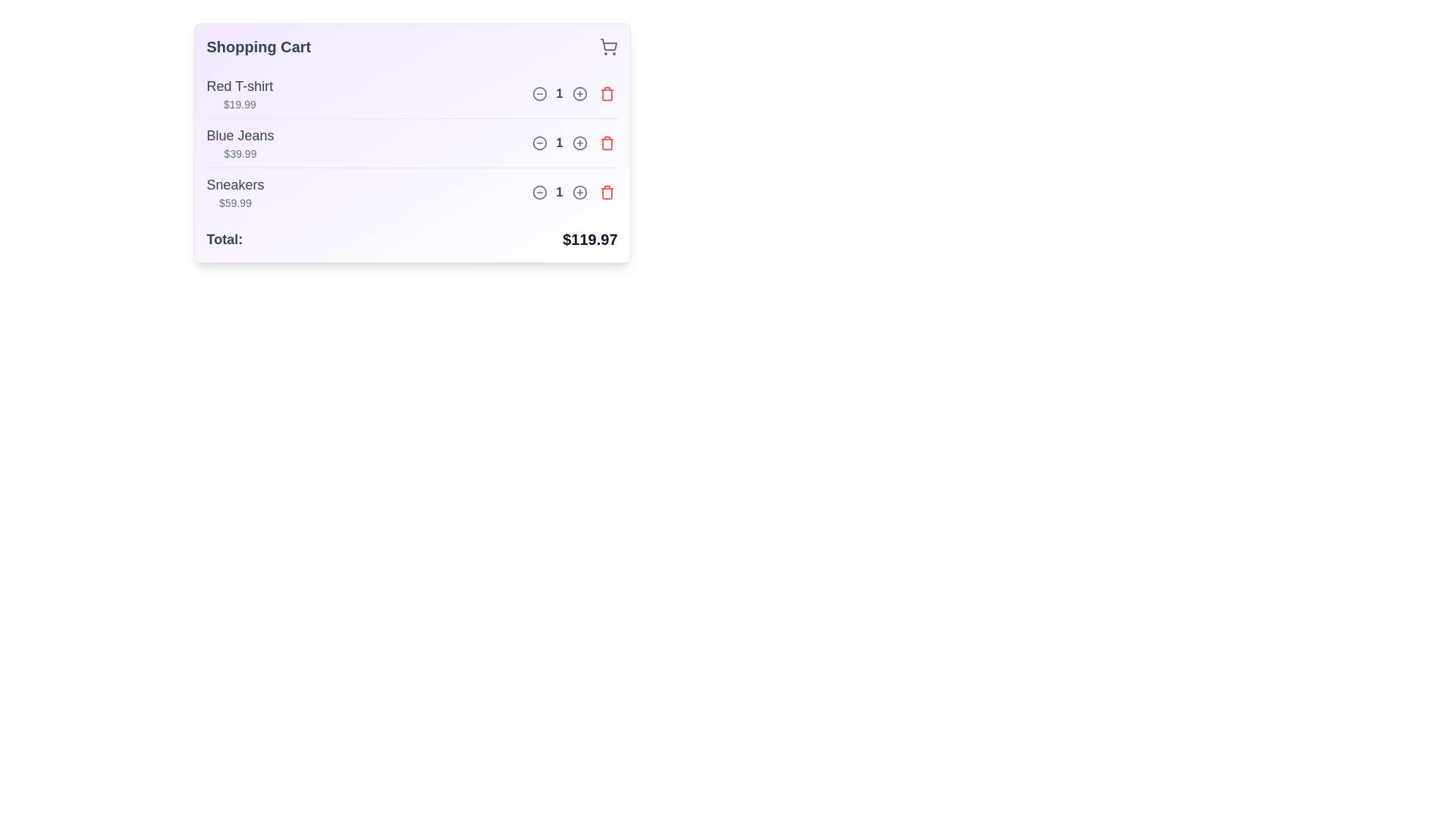  What do you see at coordinates (239, 86) in the screenshot?
I see `the text label representing the product name 'Red T-shirt' in the shopping cart interface, which is located at the upper-left corner above the price of '$19.99'` at bounding box center [239, 86].